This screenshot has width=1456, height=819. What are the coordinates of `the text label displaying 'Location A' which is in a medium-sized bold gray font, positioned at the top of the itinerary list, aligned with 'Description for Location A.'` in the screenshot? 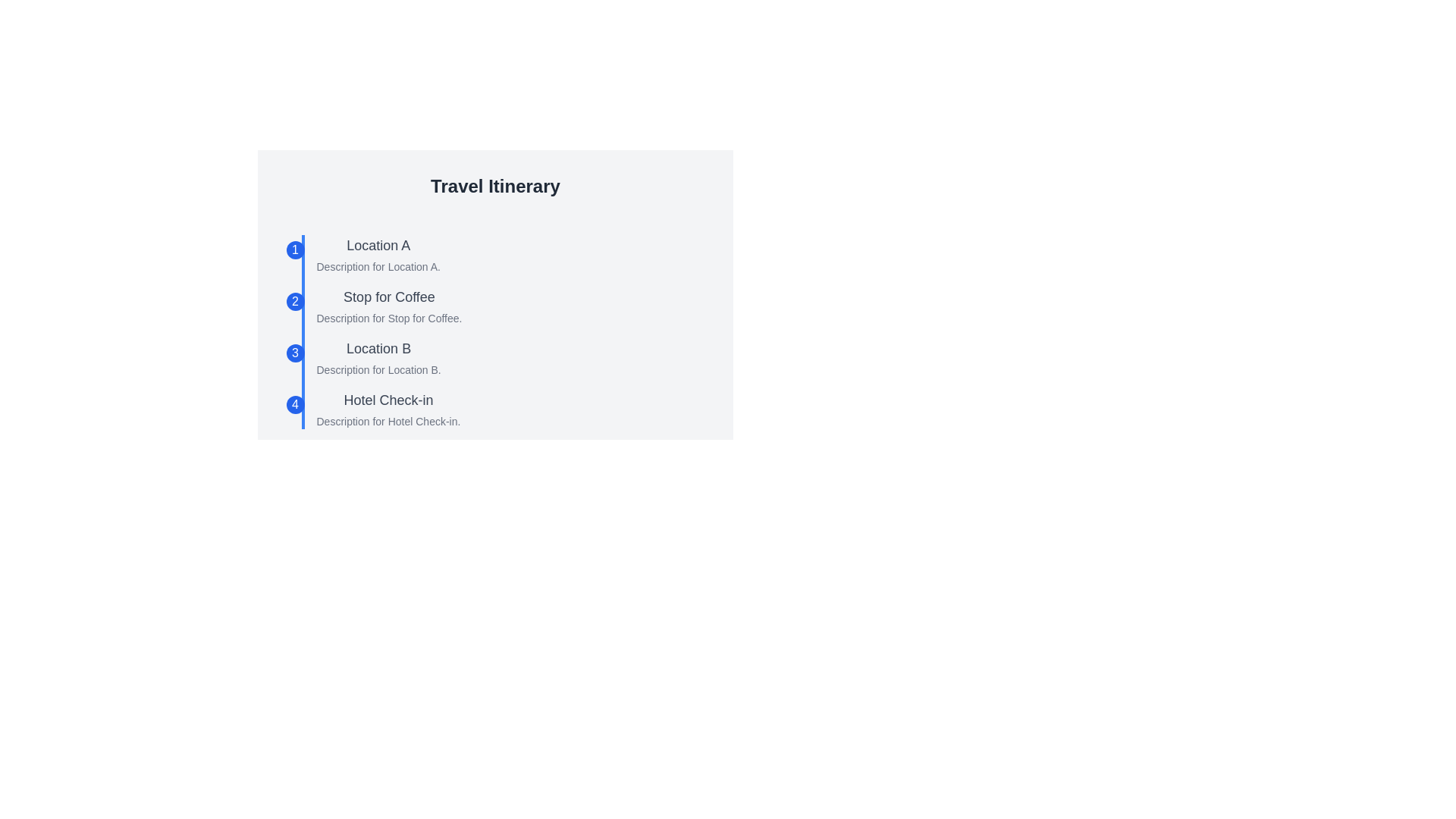 It's located at (378, 245).